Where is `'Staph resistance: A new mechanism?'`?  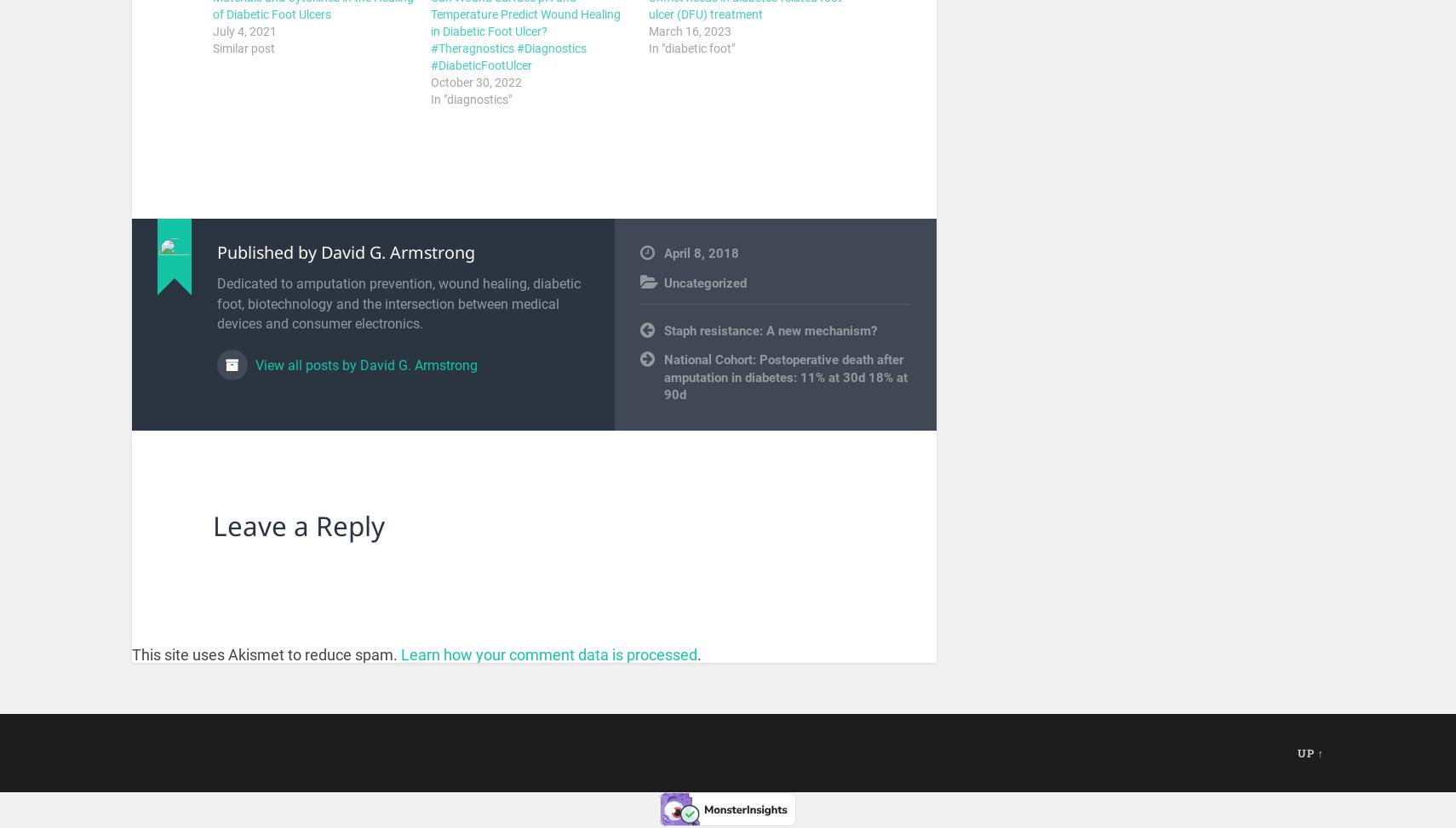
'Staph resistance: A new mechanism?' is located at coordinates (769, 329).